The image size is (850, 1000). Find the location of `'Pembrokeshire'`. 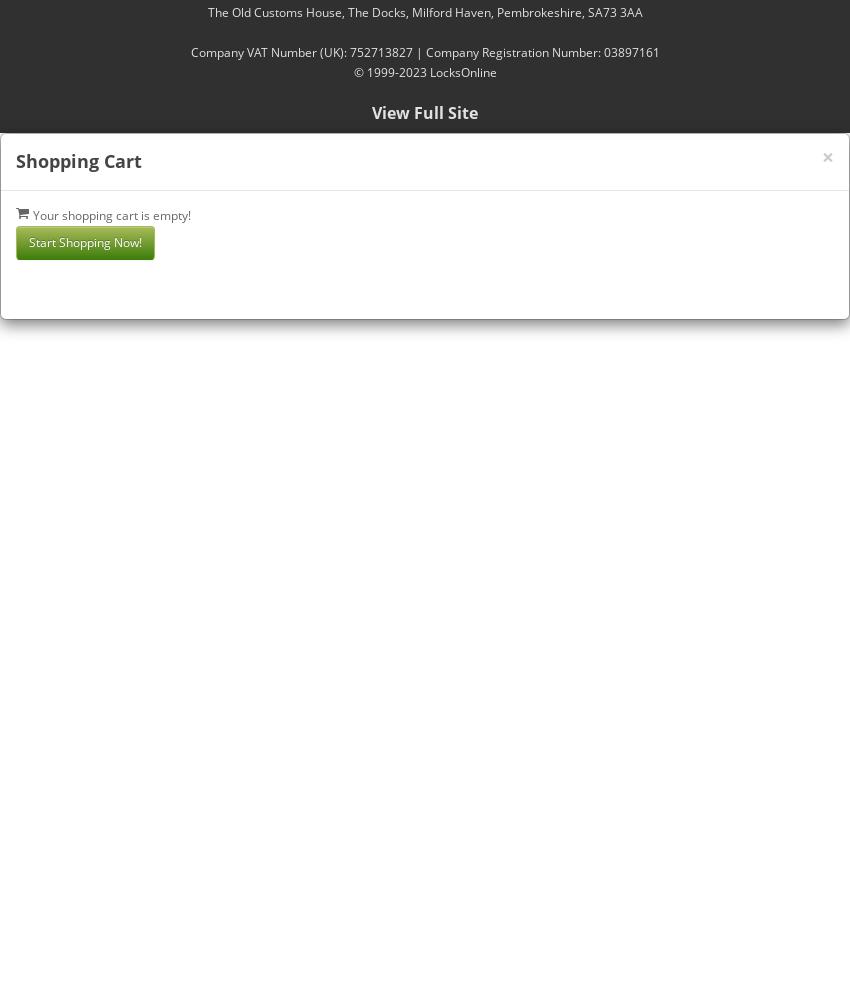

'Pembrokeshire' is located at coordinates (537, 12).